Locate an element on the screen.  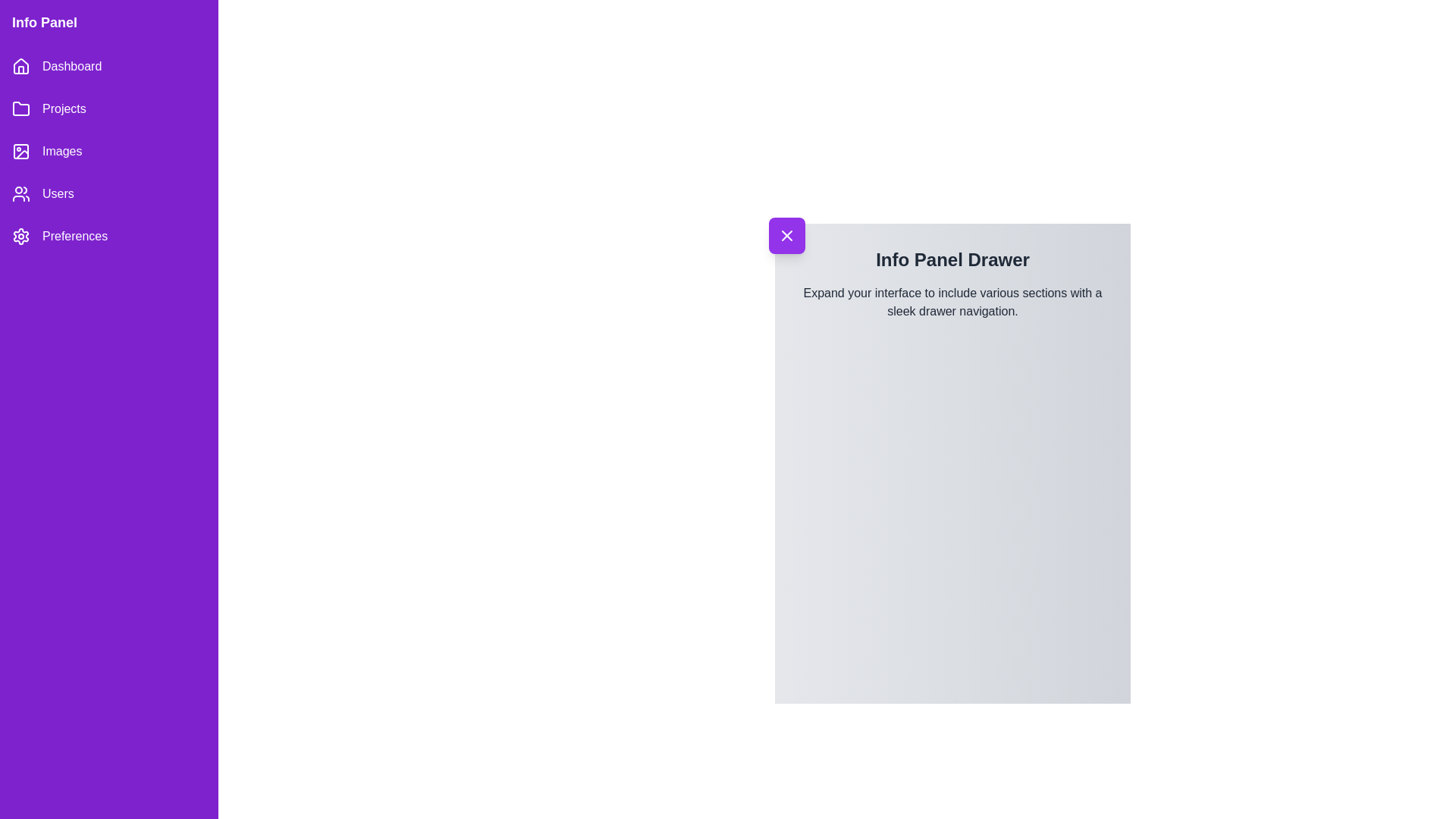
the menu item Preferences to navigate is located at coordinates (108, 237).